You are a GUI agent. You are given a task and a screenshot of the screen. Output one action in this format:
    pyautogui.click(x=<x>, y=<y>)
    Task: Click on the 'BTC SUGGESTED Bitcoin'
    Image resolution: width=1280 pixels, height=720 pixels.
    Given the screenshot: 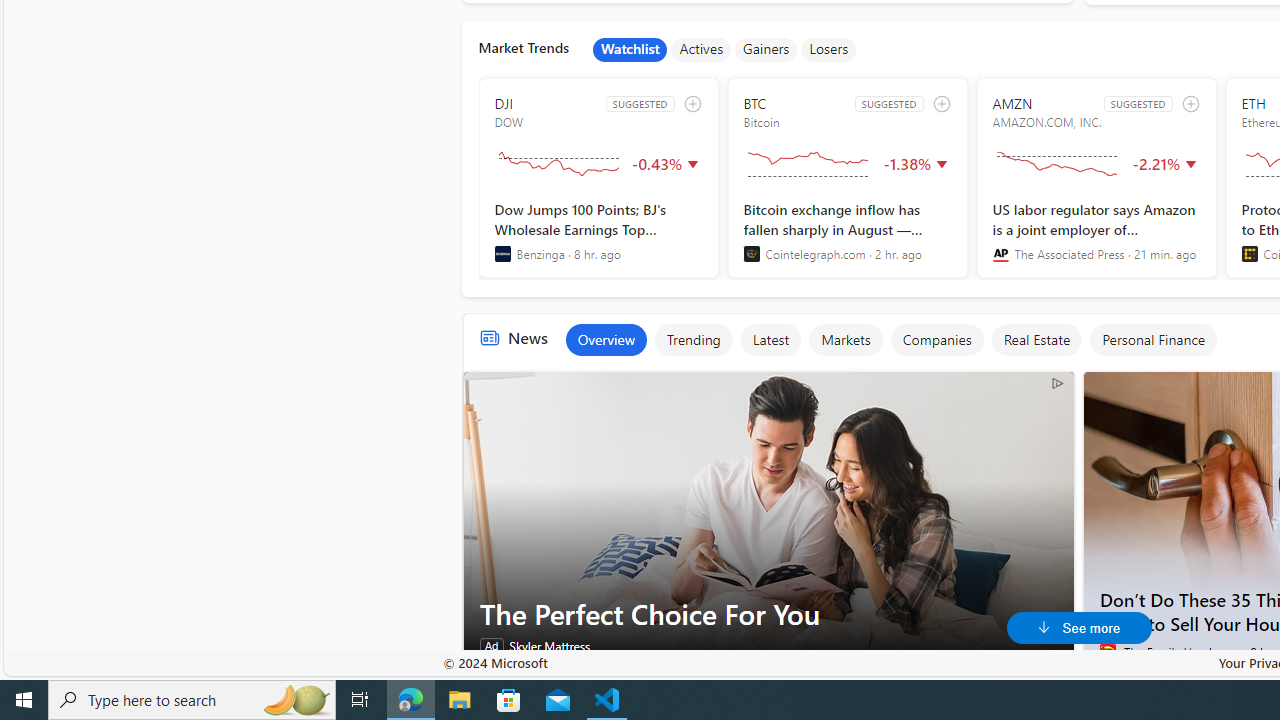 What is the action you would take?
    pyautogui.click(x=847, y=177)
    